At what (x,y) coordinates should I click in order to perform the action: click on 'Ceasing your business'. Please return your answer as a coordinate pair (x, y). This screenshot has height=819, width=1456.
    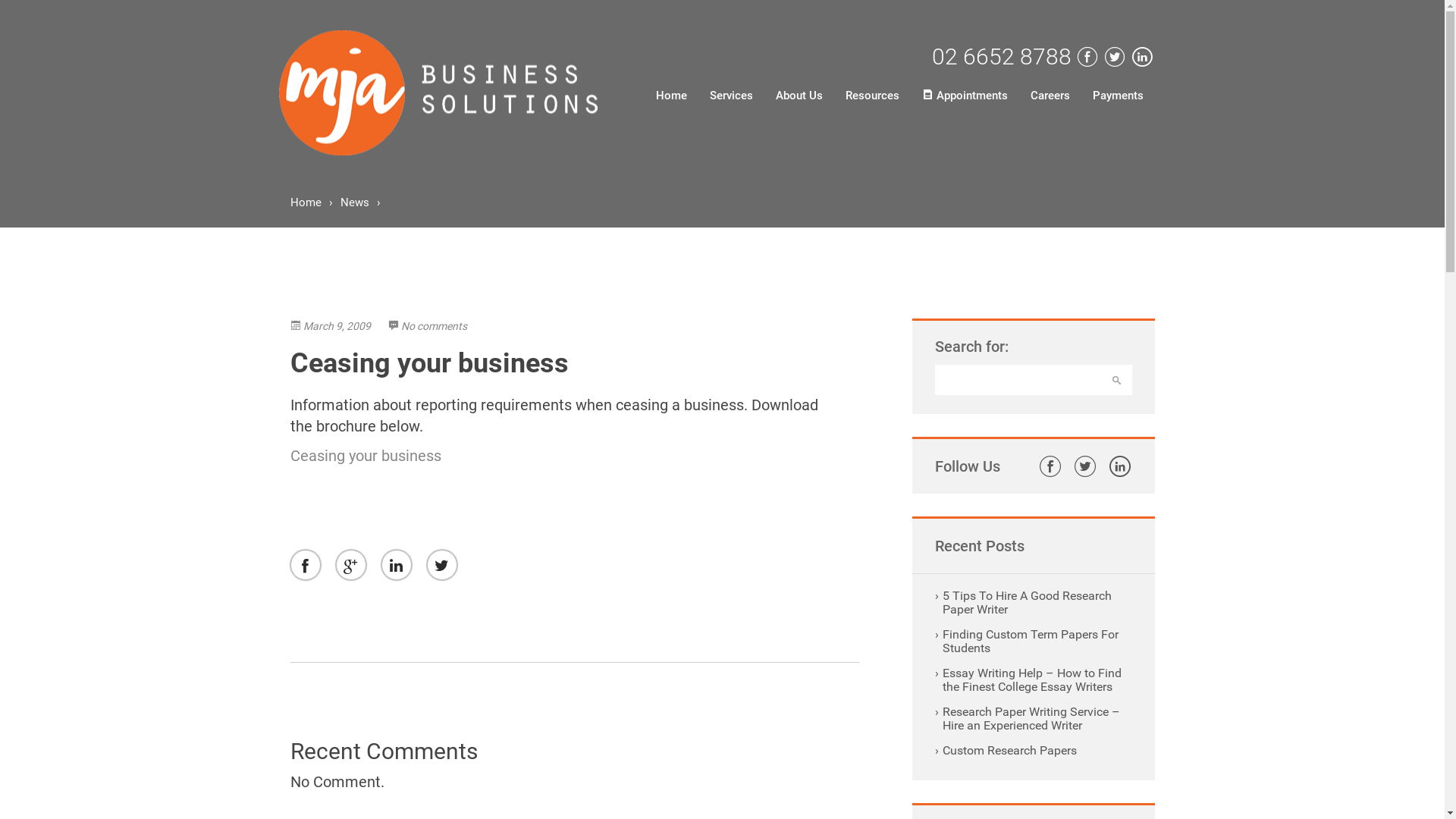
    Looking at the image, I should click on (365, 455).